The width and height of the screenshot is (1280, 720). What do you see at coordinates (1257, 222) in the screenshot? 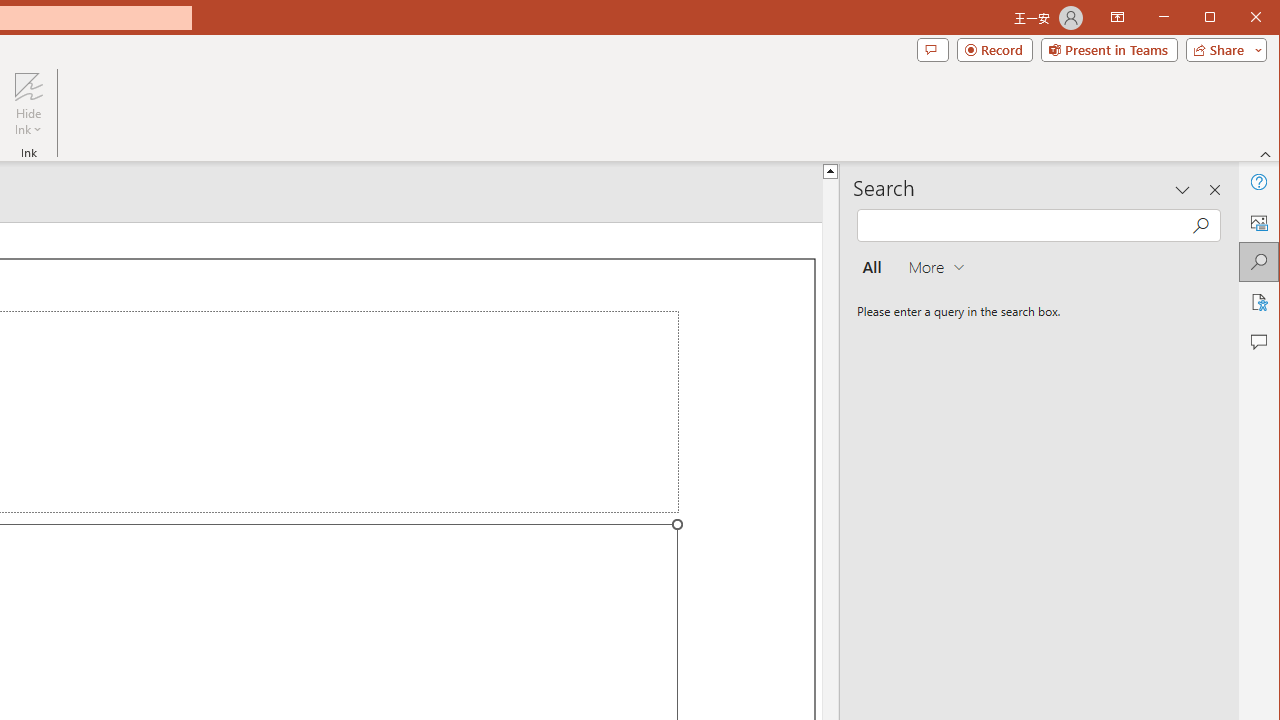
I see `'Alt Text'` at bounding box center [1257, 222].